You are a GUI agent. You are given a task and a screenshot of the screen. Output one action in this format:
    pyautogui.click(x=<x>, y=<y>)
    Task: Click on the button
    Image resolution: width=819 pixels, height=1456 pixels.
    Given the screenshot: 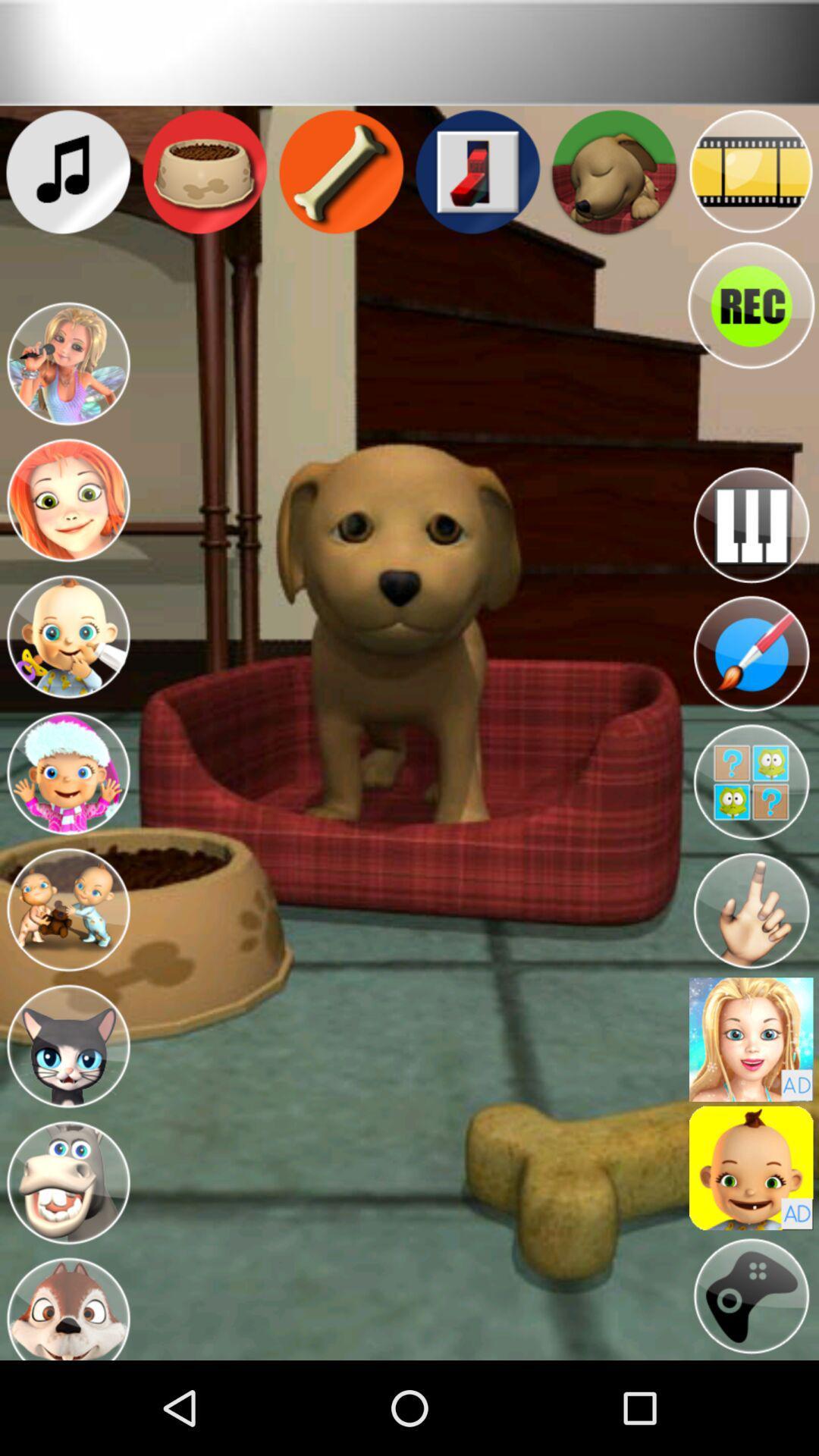 What is the action you would take?
    pyautogui.click(x=751, y=1295)
    